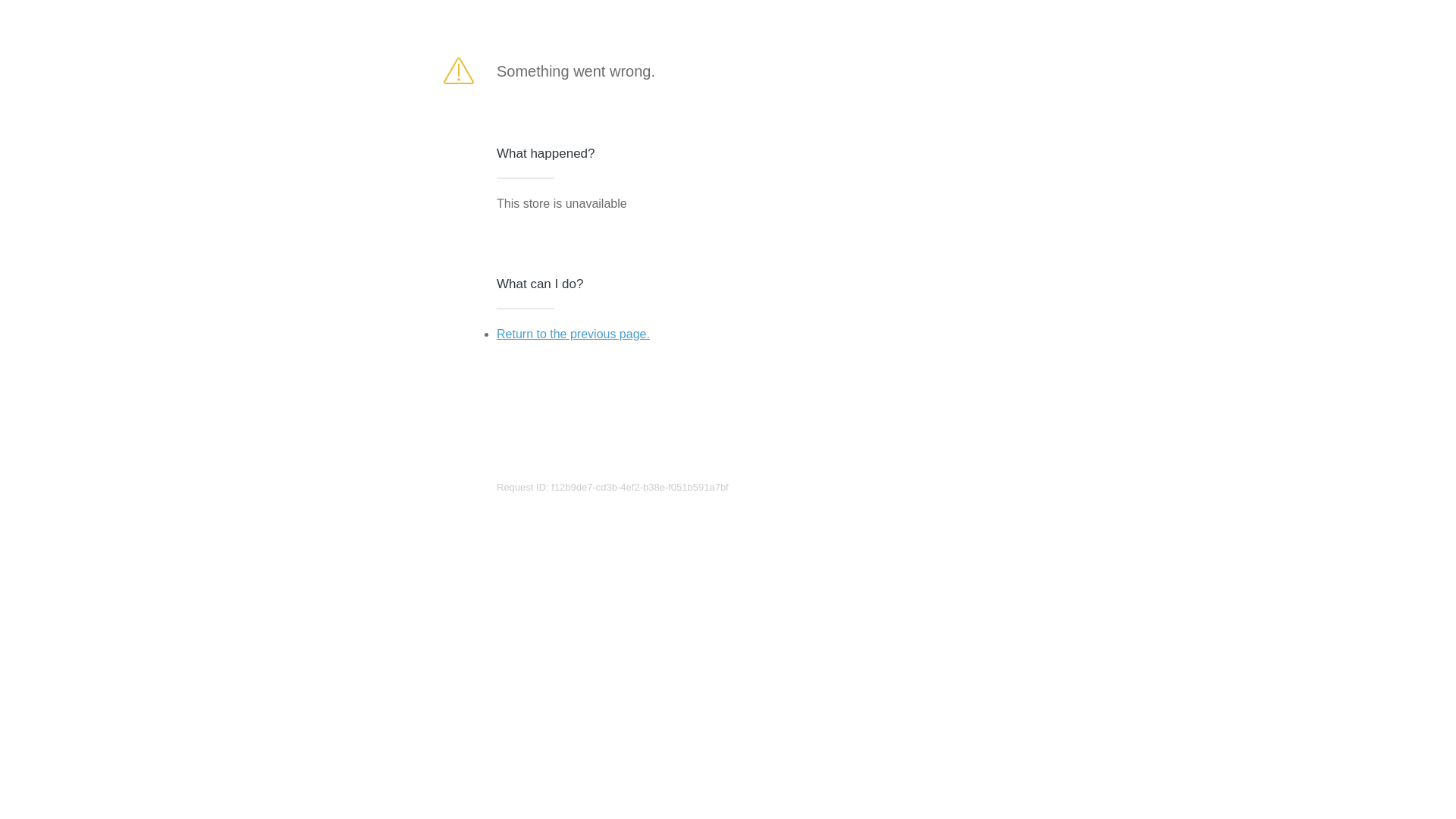  What do you see at coordinates (496, 333) in the screenshot?
I see `'Return to the previous page.'` at bounding box center [496, 333].